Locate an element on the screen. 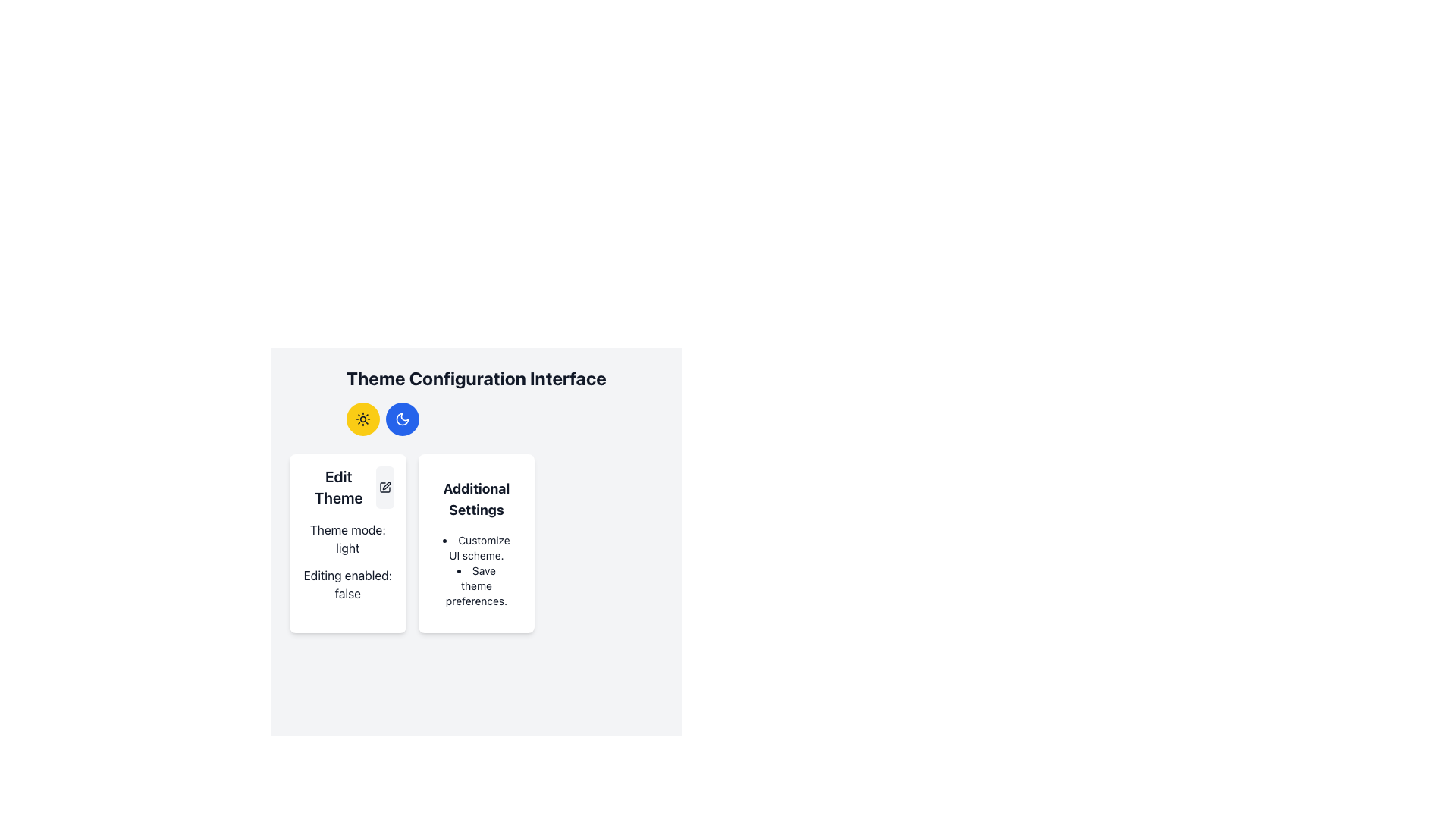 Image resolution: width=1456 pixels, height=819 pixels. the sun-like icon within the light theme toggle area is located at coordinates (362, 419).